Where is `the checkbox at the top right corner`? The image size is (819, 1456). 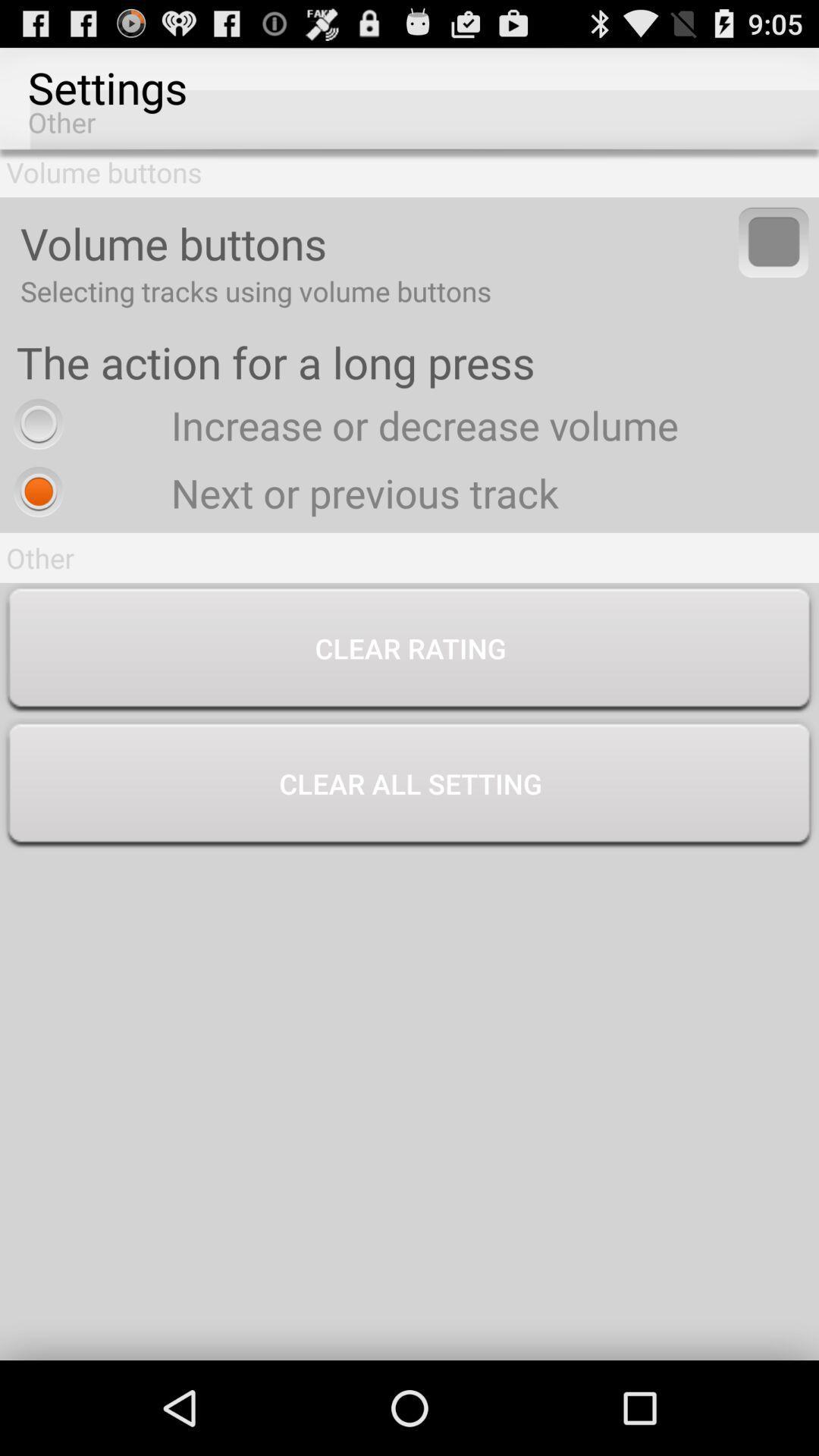
the checkbox at the top right corner is located at coordinates (773, 241).